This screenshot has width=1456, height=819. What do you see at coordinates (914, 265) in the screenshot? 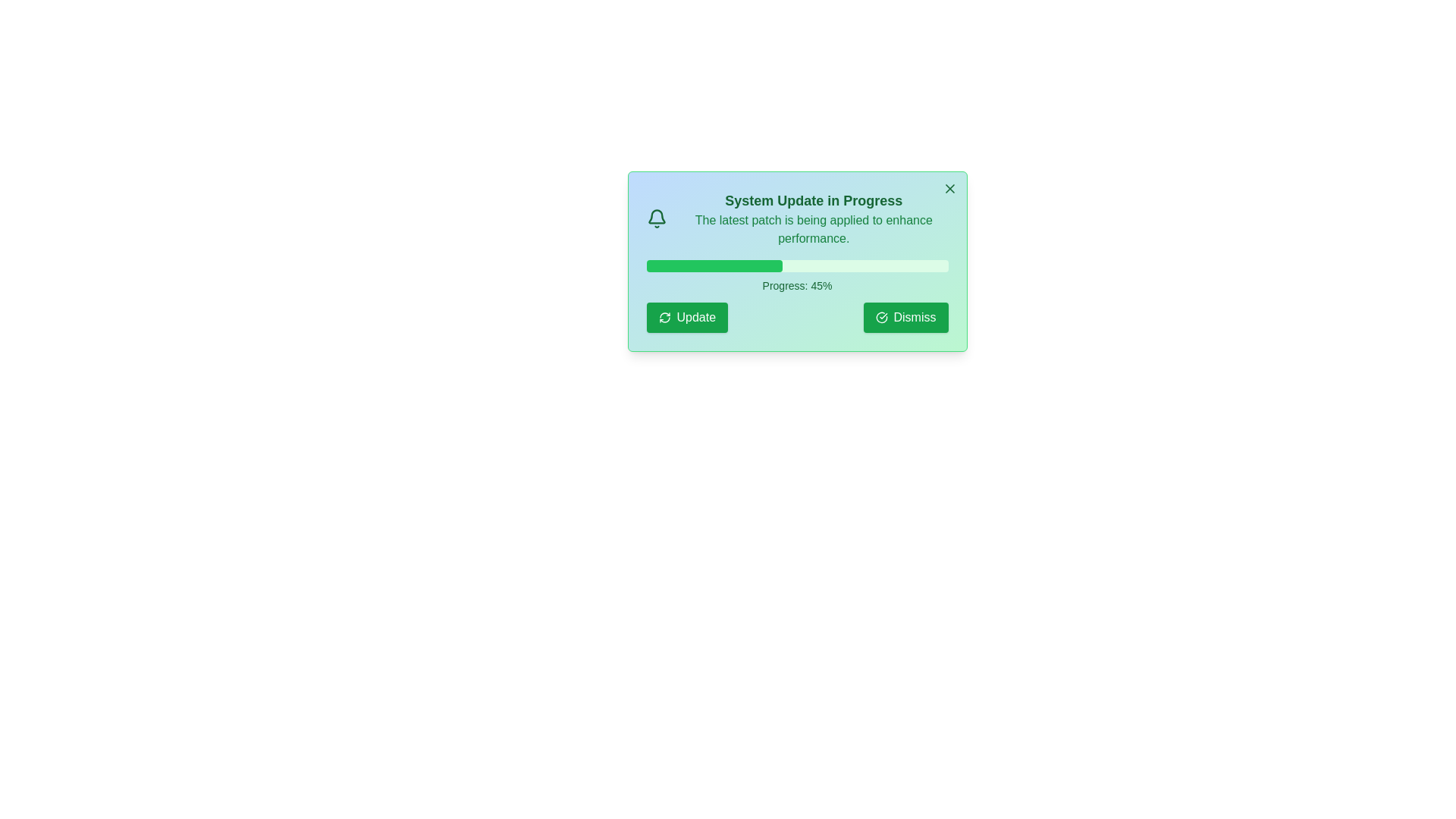
I see `the progress bar to 89% by adjusting its width` at bounding box center [914, 265].